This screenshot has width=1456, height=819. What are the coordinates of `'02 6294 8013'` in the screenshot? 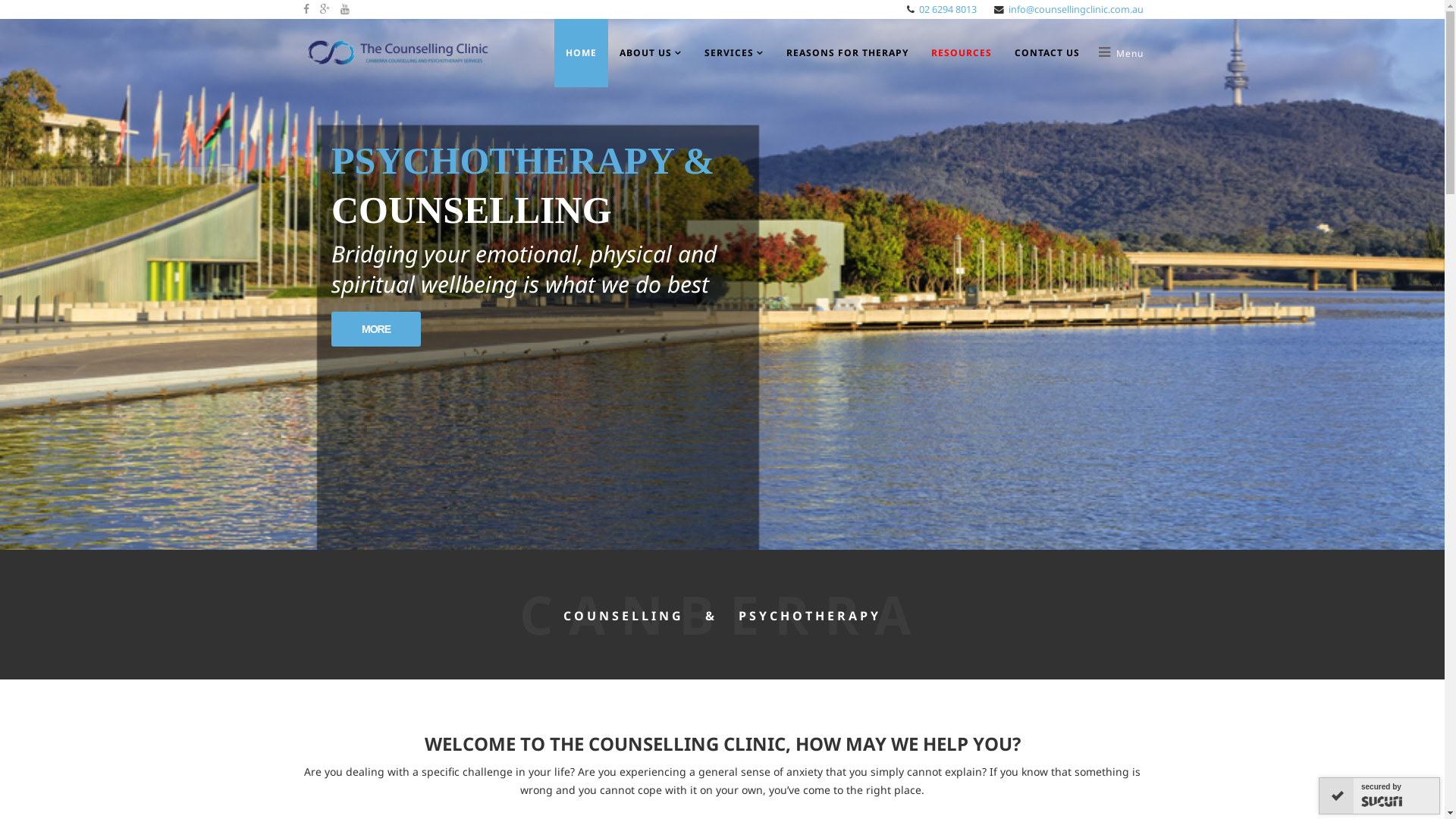 It's located at (946, 9).